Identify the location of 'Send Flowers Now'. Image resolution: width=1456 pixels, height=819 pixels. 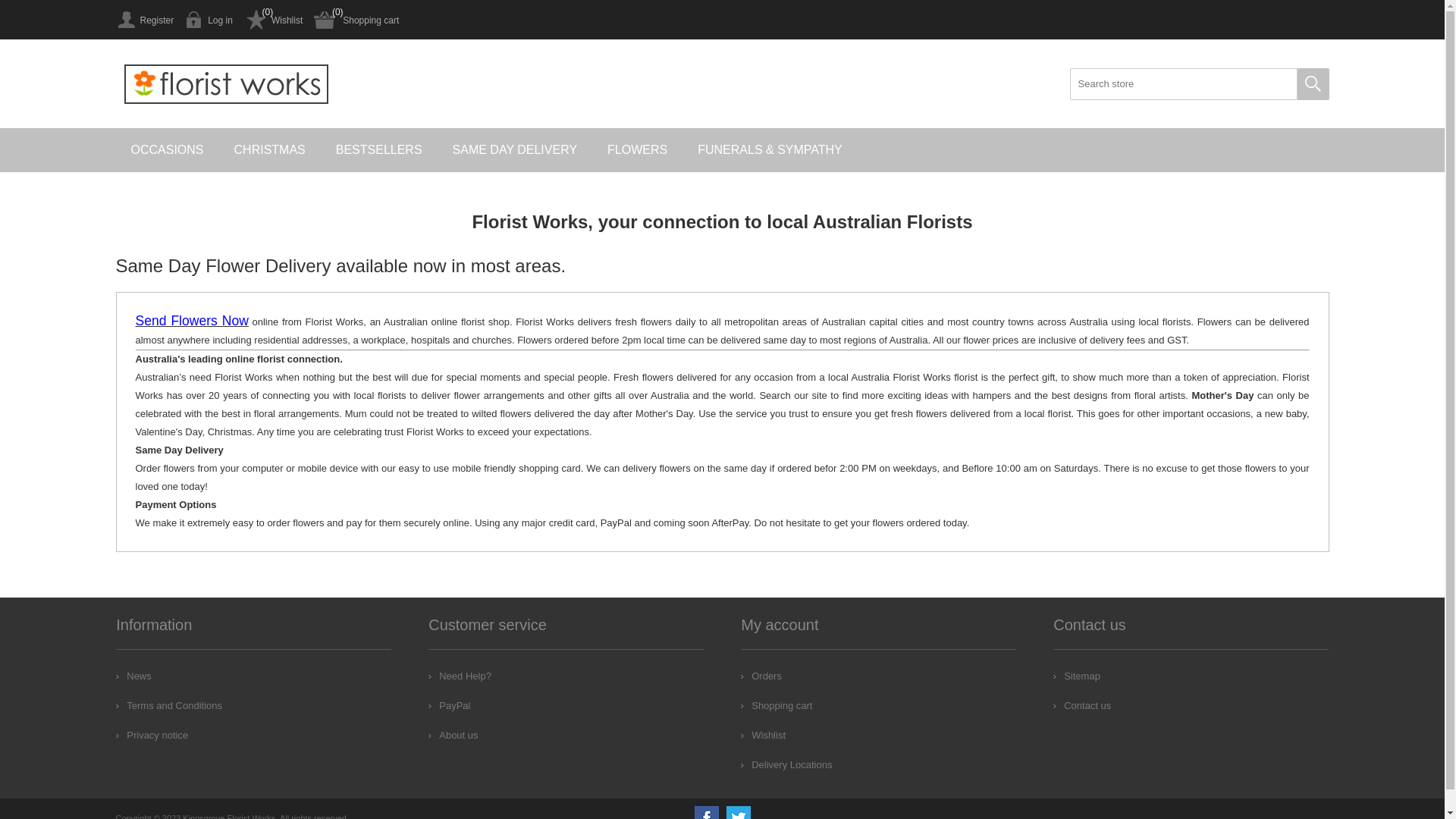
(134, 321).